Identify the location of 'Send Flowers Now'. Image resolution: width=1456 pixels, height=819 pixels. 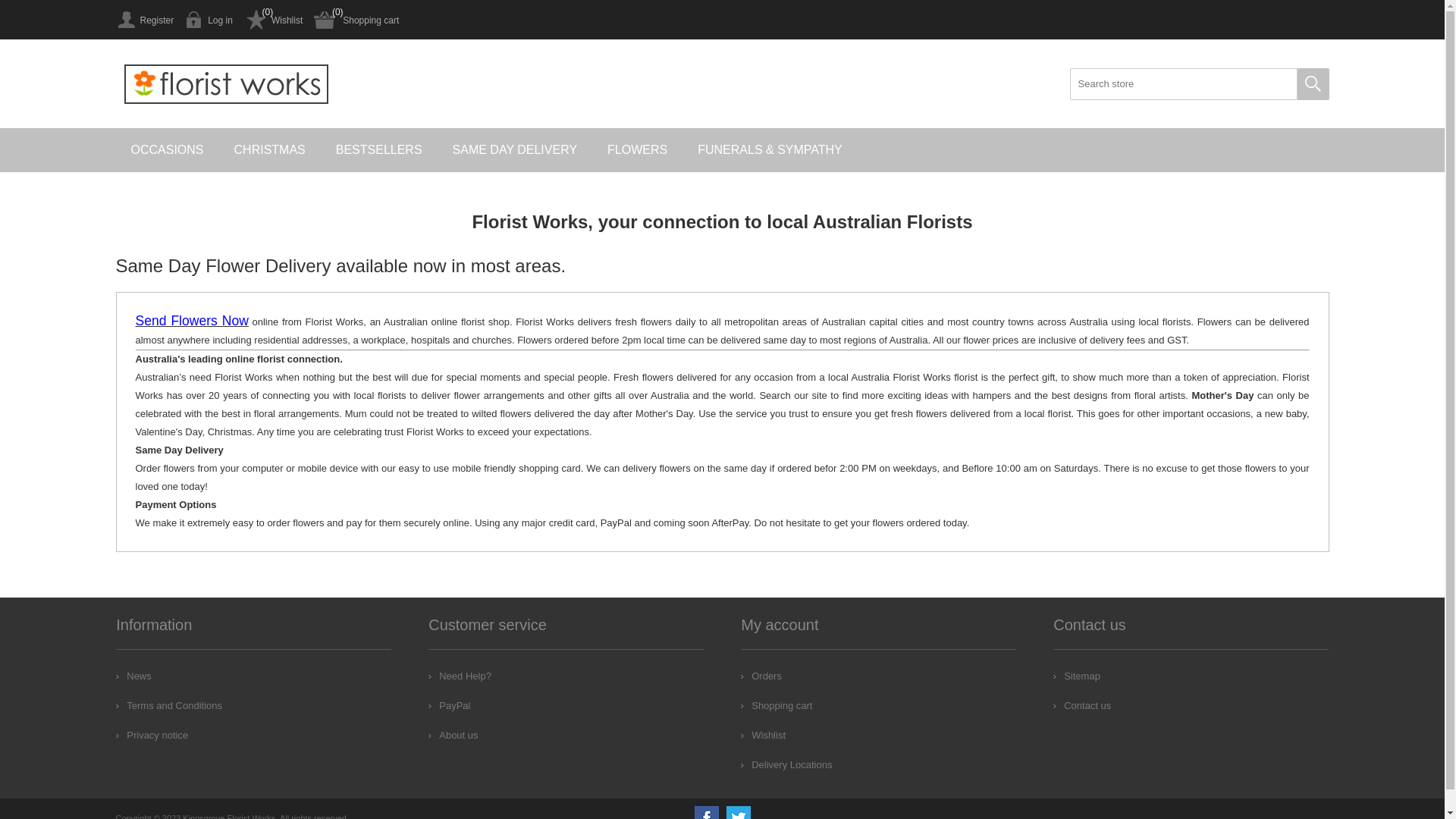
(134, 321).